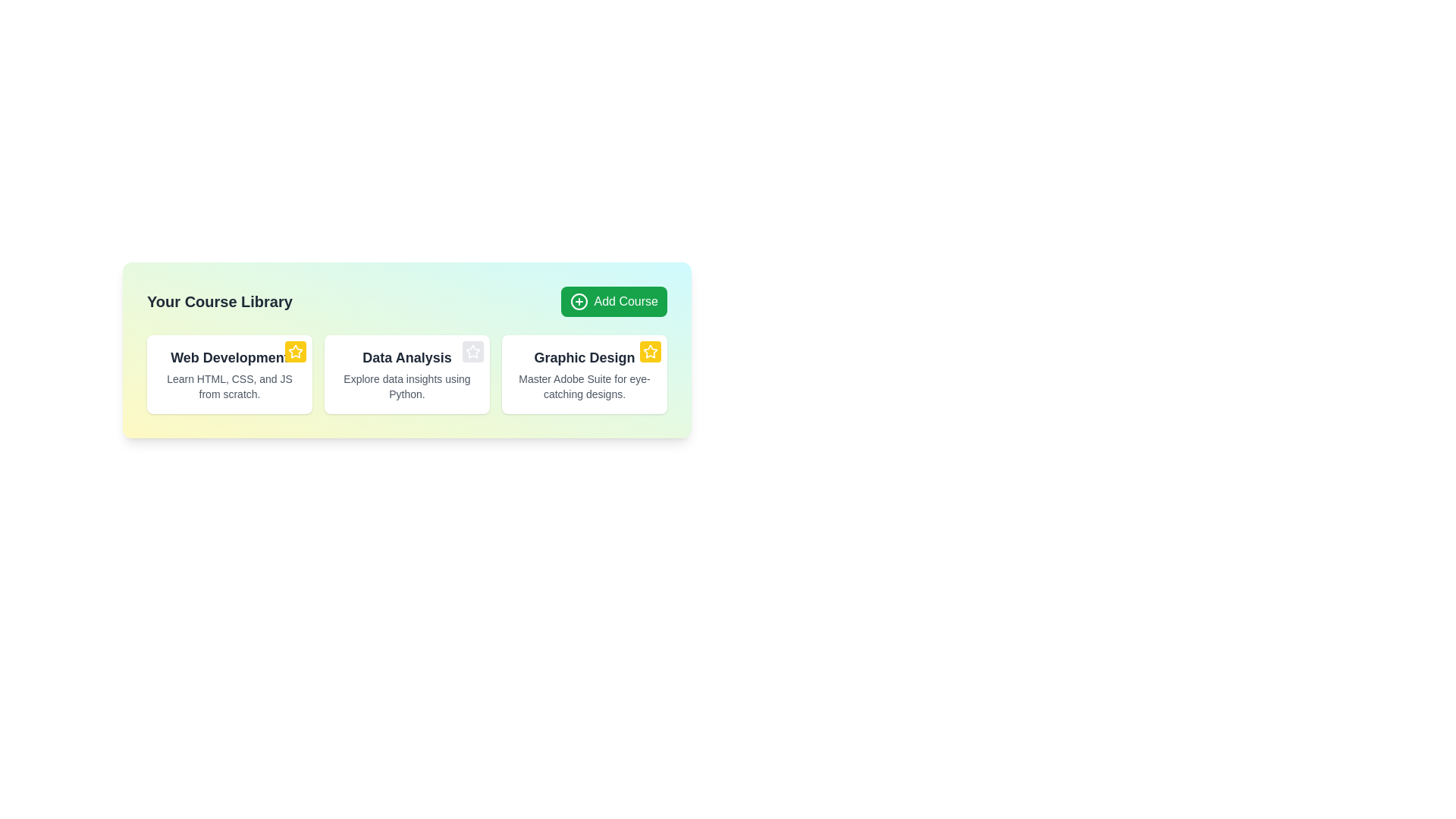 The height and width of the screenshot is (819, 1456). Describe the element at coordinates (407, 357) in the screenshot. I see `the title text label for the 'Data Analysis' card, which is centrally positioned within the second card of a group of three cards` at that location.